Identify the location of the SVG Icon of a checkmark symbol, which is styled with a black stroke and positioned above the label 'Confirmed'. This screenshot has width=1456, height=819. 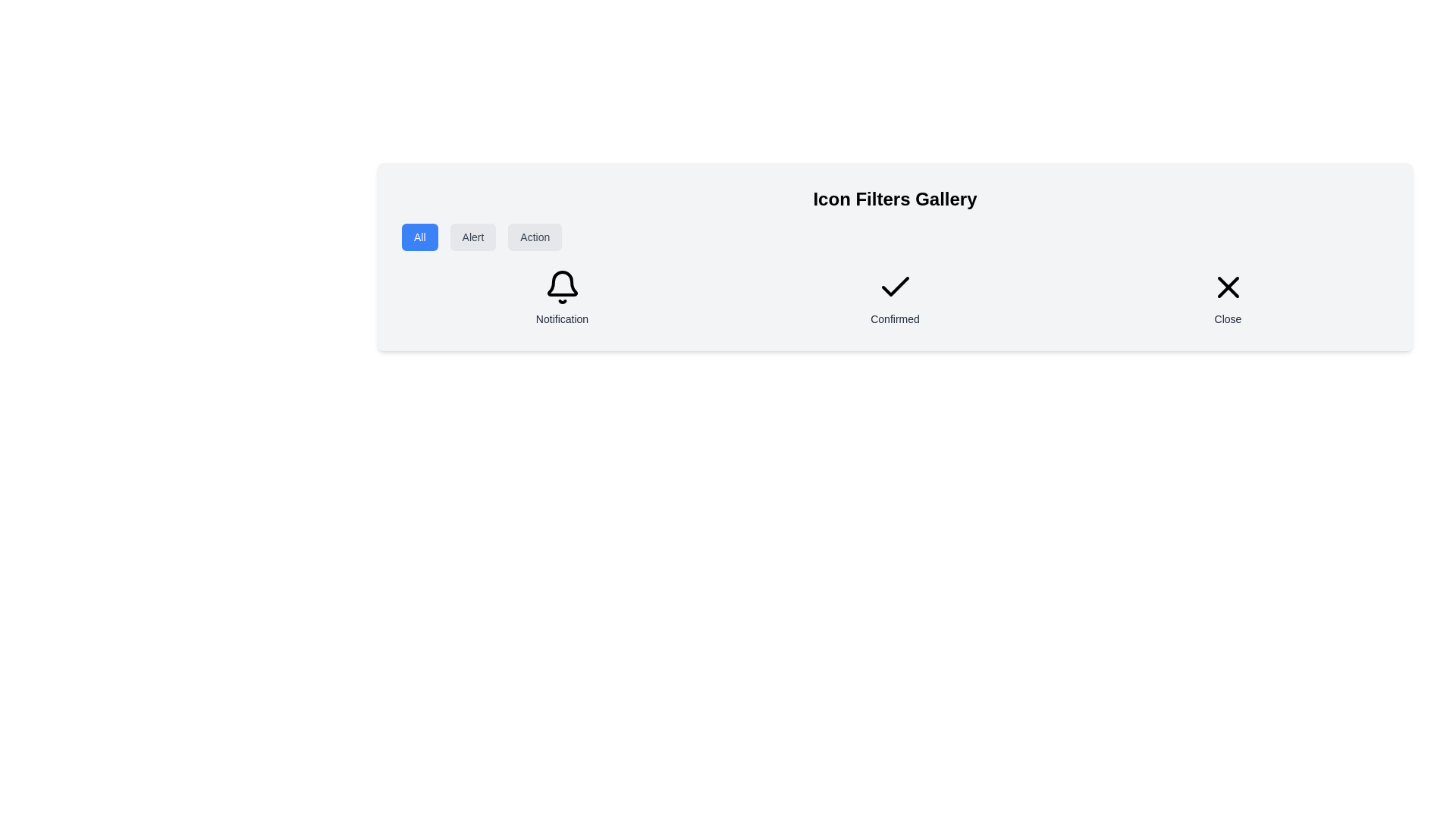
(895, 287).